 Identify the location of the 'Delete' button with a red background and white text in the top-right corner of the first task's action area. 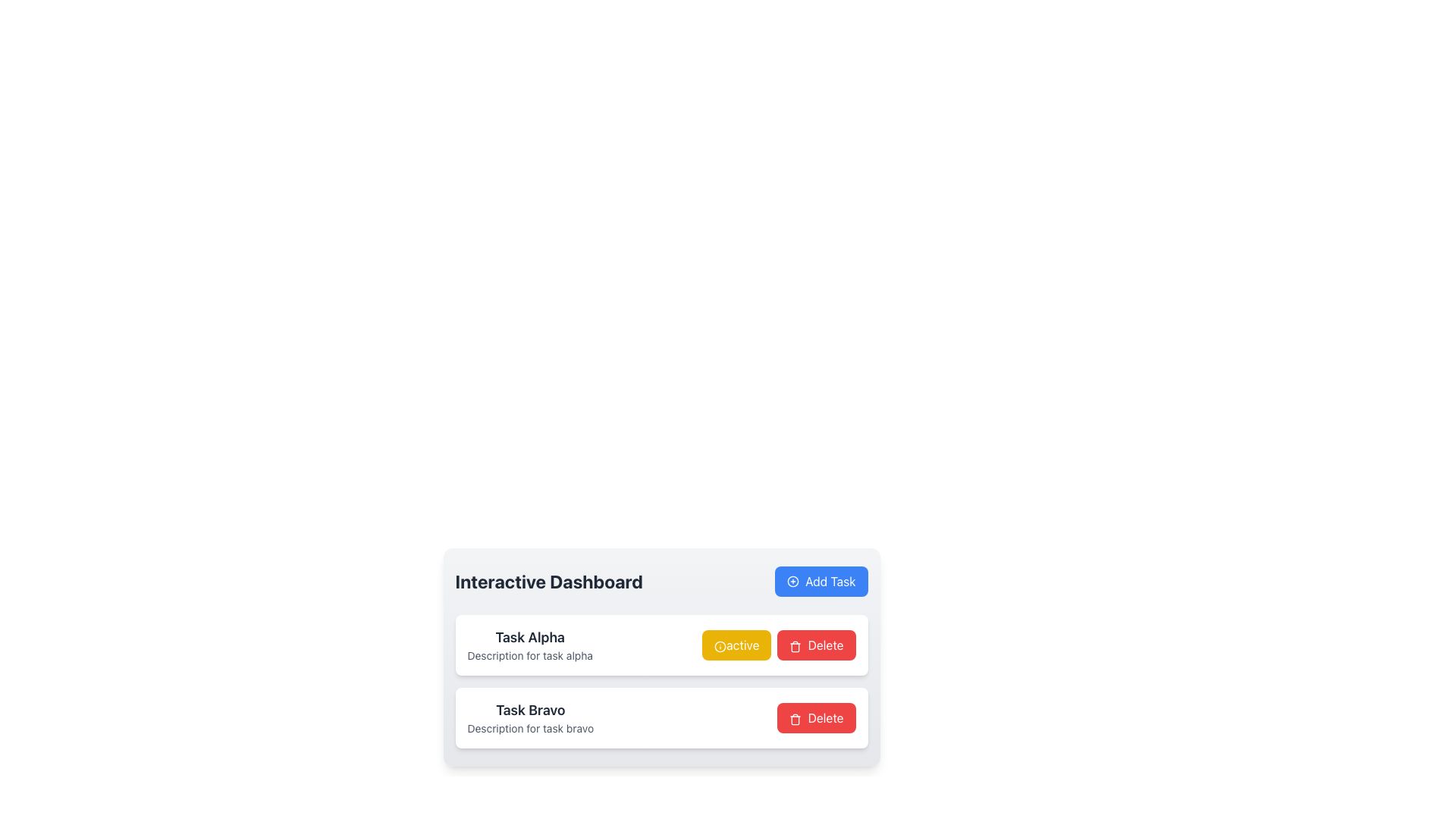
(814, 645).